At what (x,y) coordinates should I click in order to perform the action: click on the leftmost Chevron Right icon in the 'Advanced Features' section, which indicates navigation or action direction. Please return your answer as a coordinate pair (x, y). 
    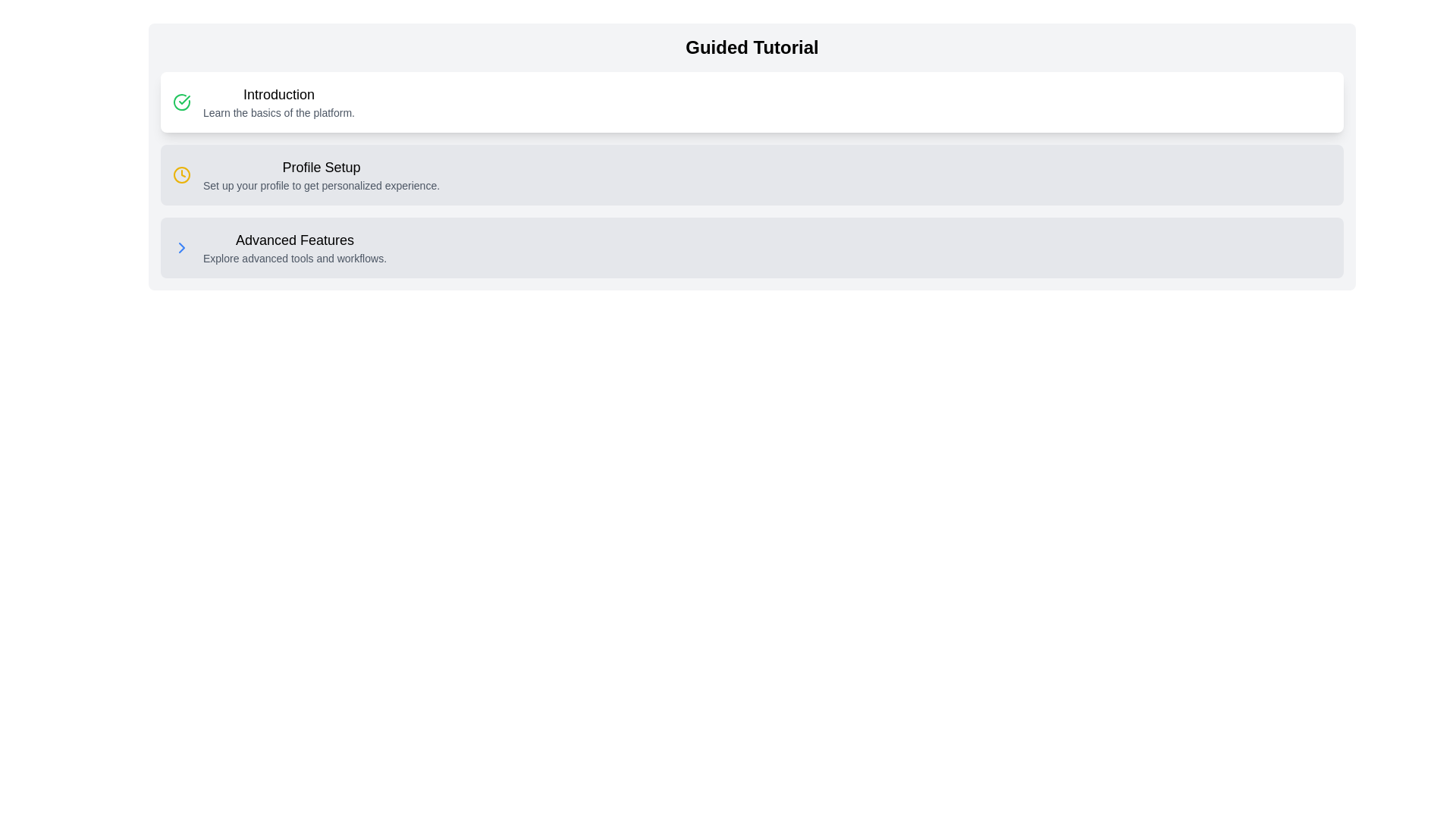
    Looking at the image, I should click on (182, 247).